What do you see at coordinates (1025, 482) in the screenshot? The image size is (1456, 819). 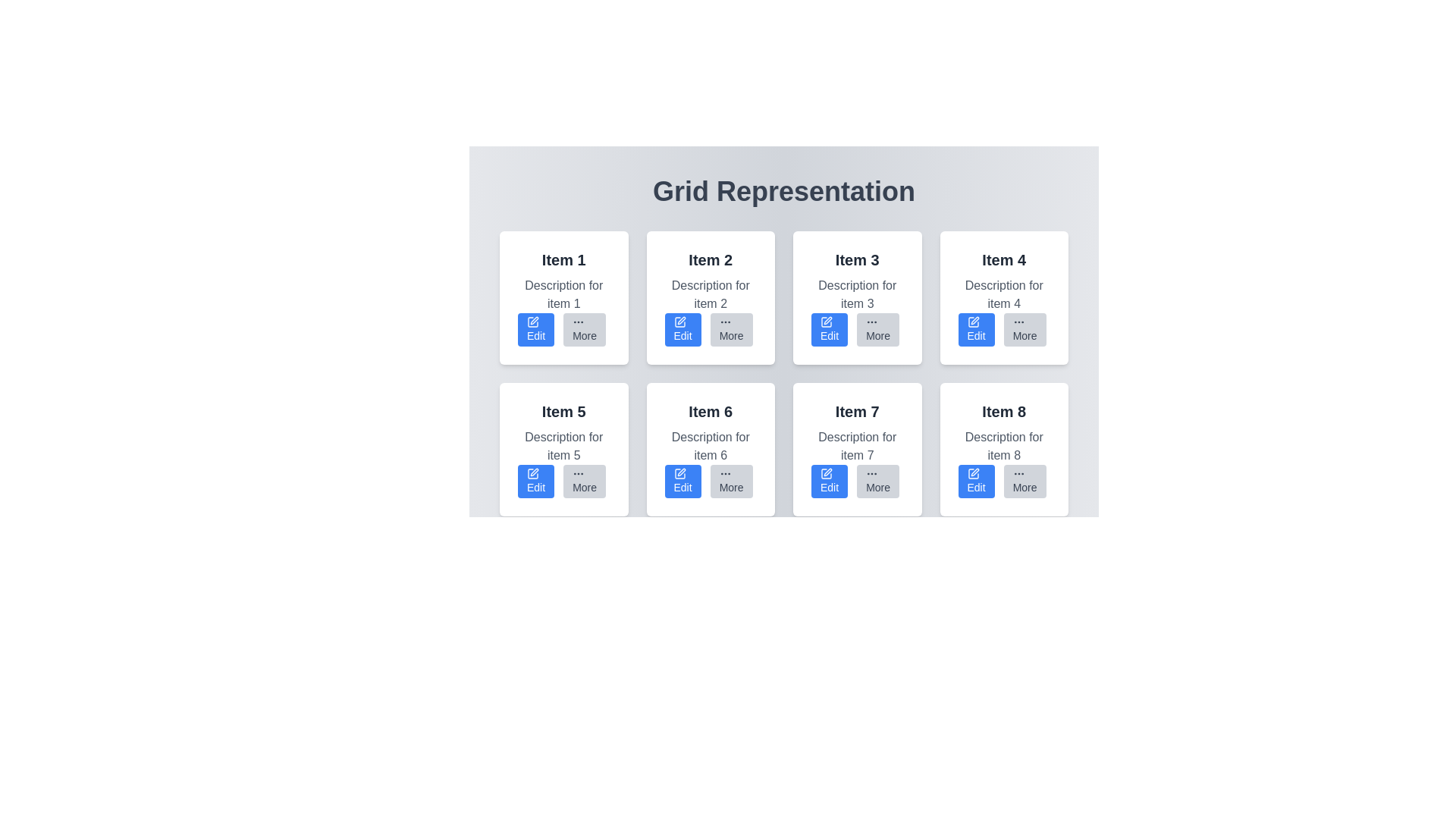 I see `the gray button labeled 'More' with three vertically aligned dots above the text` at bounding box center [1025, 482].